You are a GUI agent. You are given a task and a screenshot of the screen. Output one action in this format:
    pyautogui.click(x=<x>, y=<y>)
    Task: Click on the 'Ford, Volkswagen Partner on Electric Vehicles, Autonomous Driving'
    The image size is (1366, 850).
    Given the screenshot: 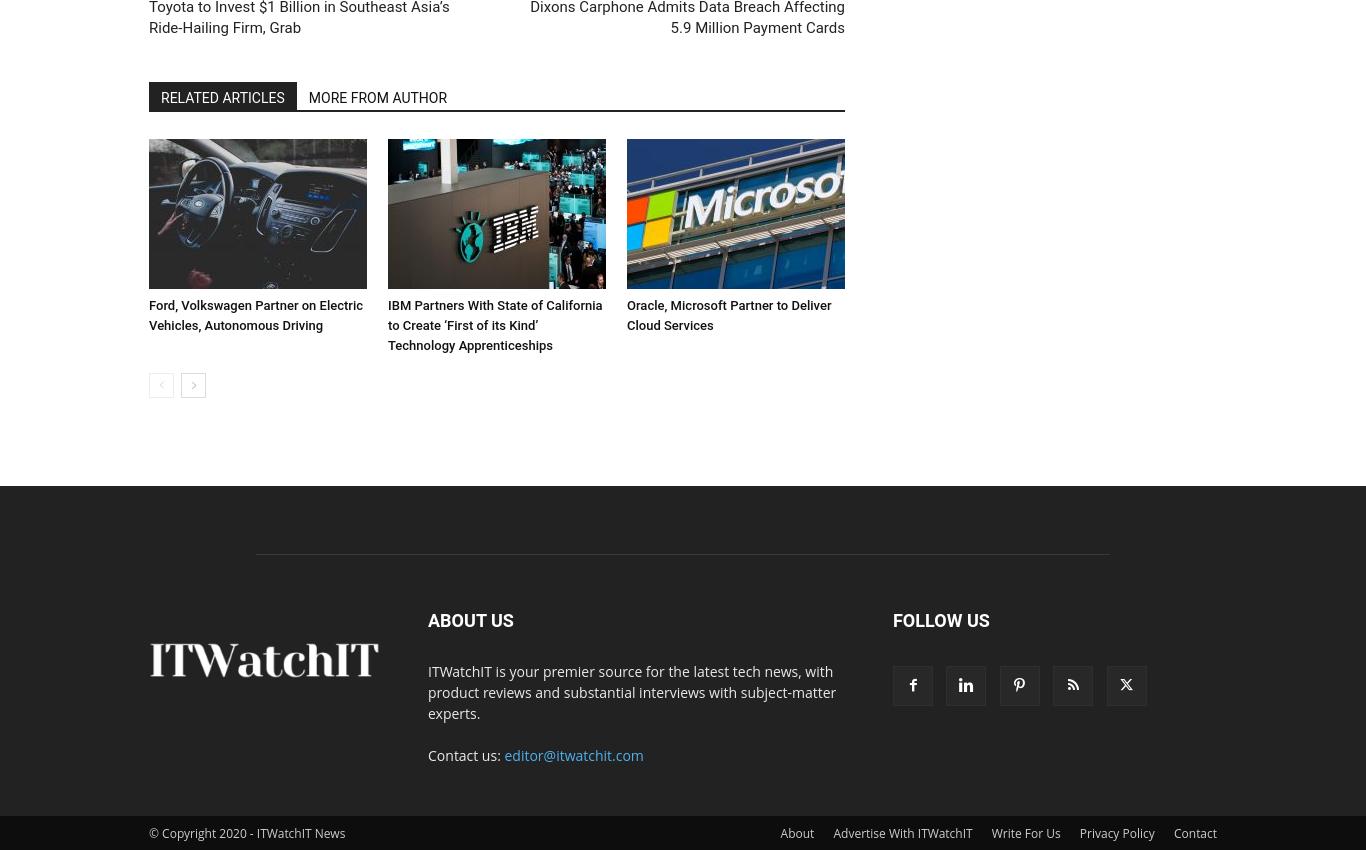 What is the action you would take?
    pyautogui.click(x=148, y=314)
    